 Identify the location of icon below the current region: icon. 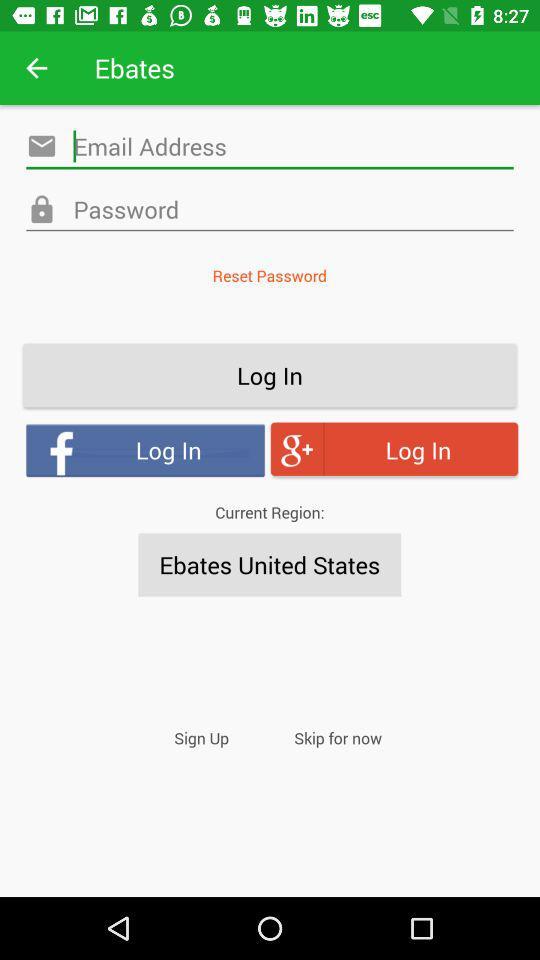
(269, 565).